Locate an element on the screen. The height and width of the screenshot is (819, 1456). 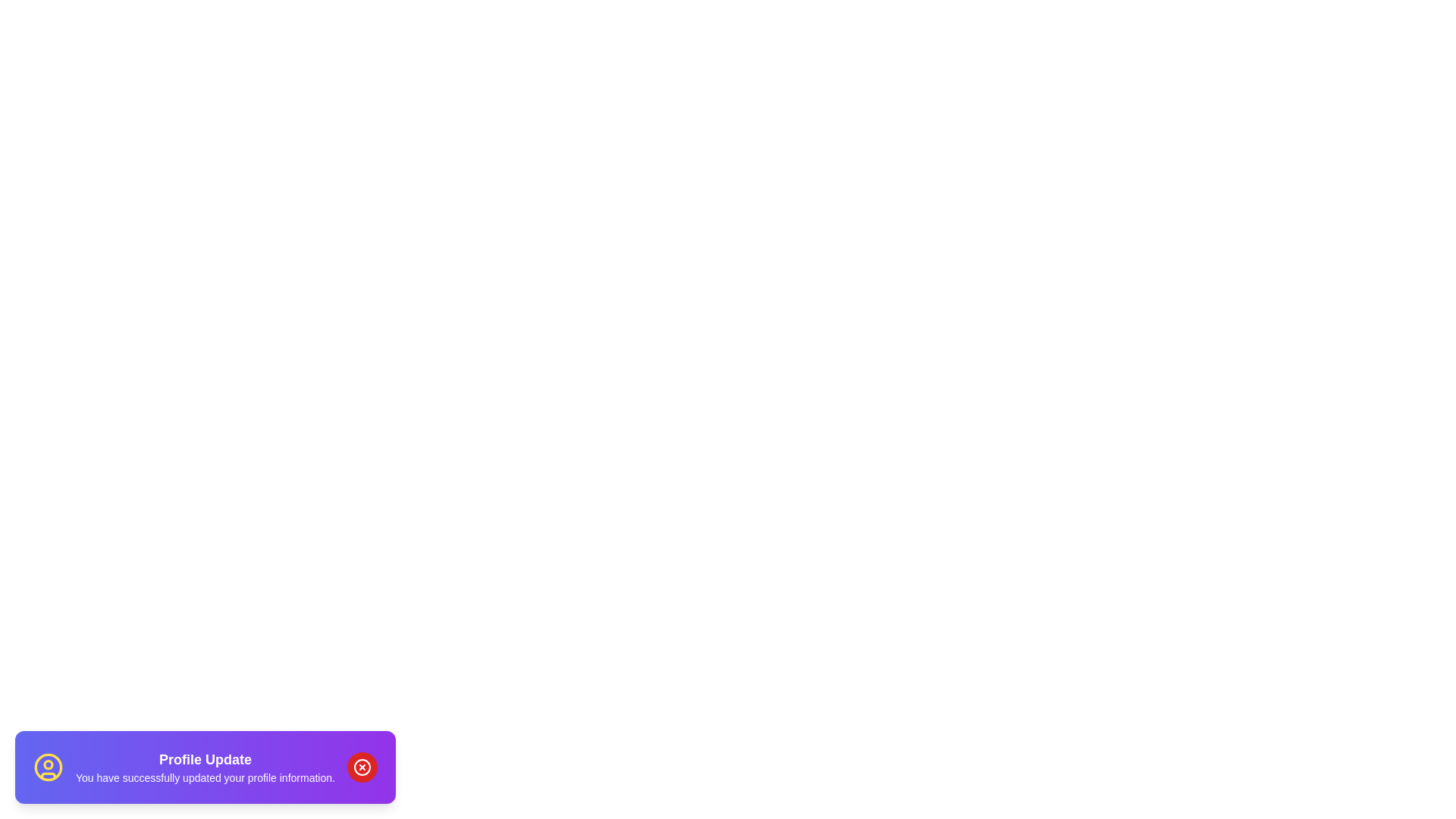
the user icon to explore potential actions is located at coordinates (48, 767).